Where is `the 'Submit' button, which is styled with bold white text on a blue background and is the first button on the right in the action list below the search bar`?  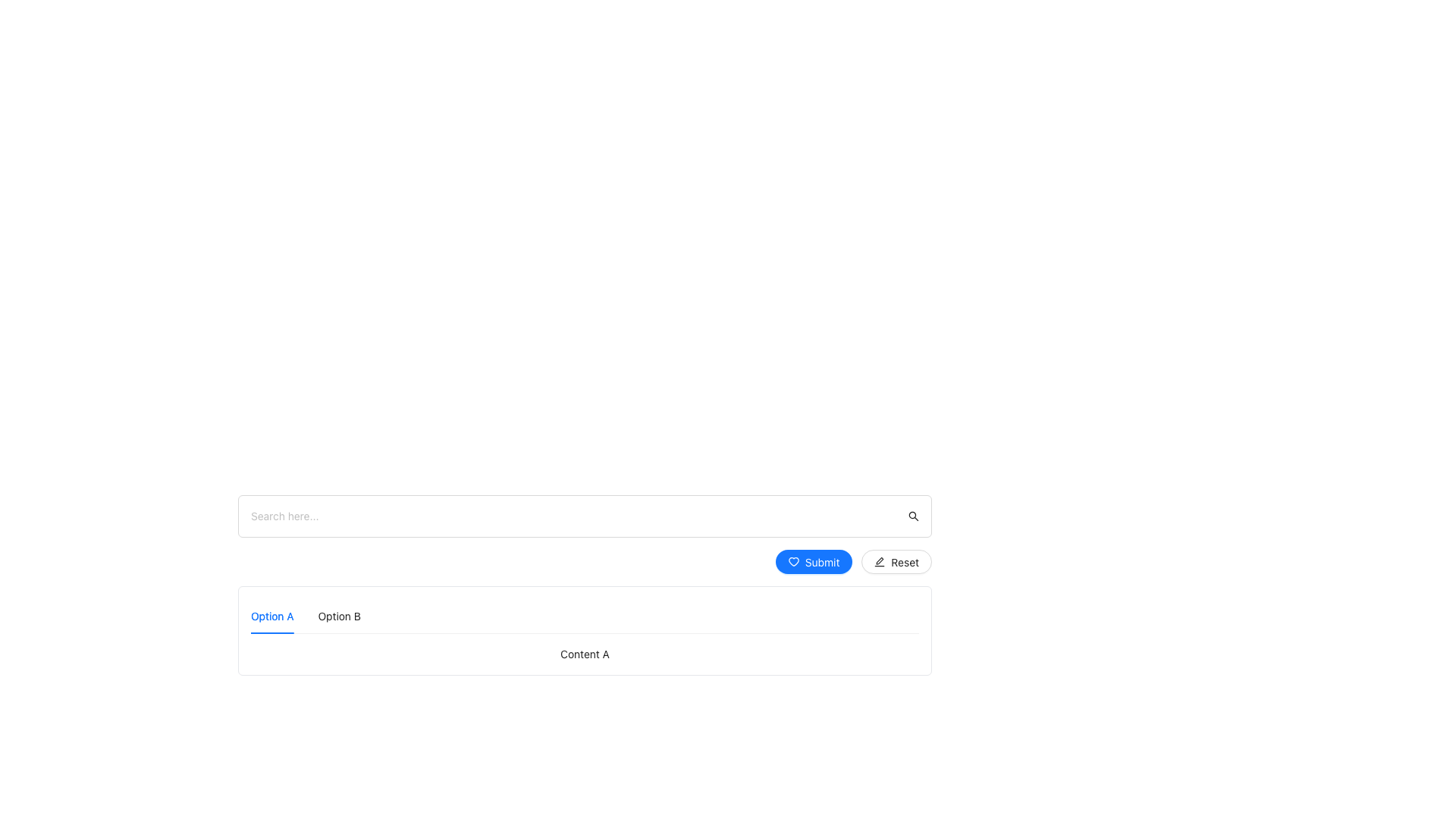
the 'Submit' button, which is styled with bold white text on a blue background and is the first button on the right in the action list below the search bar is located at coordinates (821, 561).